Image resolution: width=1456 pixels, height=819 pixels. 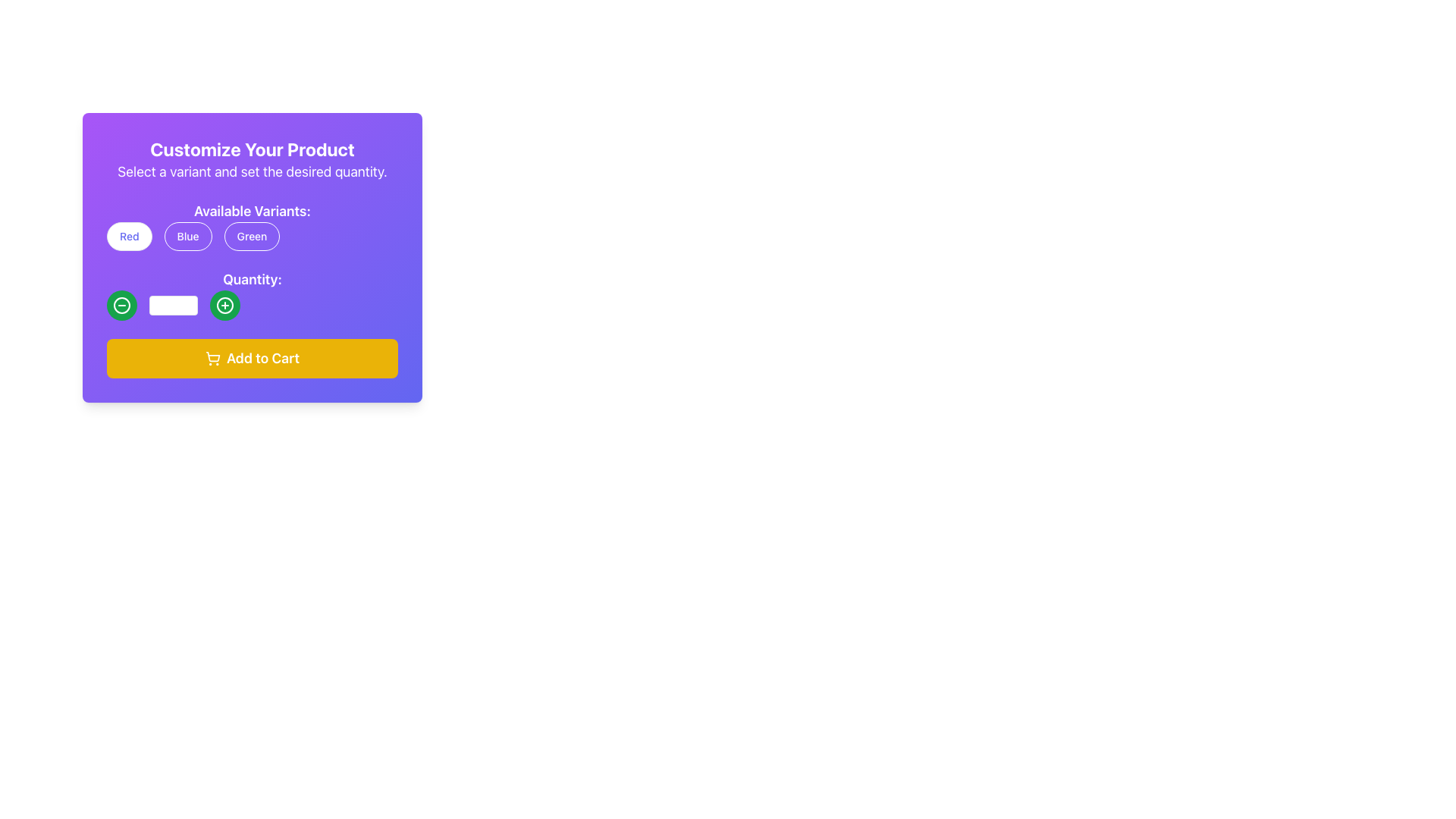 What do you see at coordinates (187, 237) in the screenshot?
I see `the second button in the horizontal group` at bounding box center [187, 237].